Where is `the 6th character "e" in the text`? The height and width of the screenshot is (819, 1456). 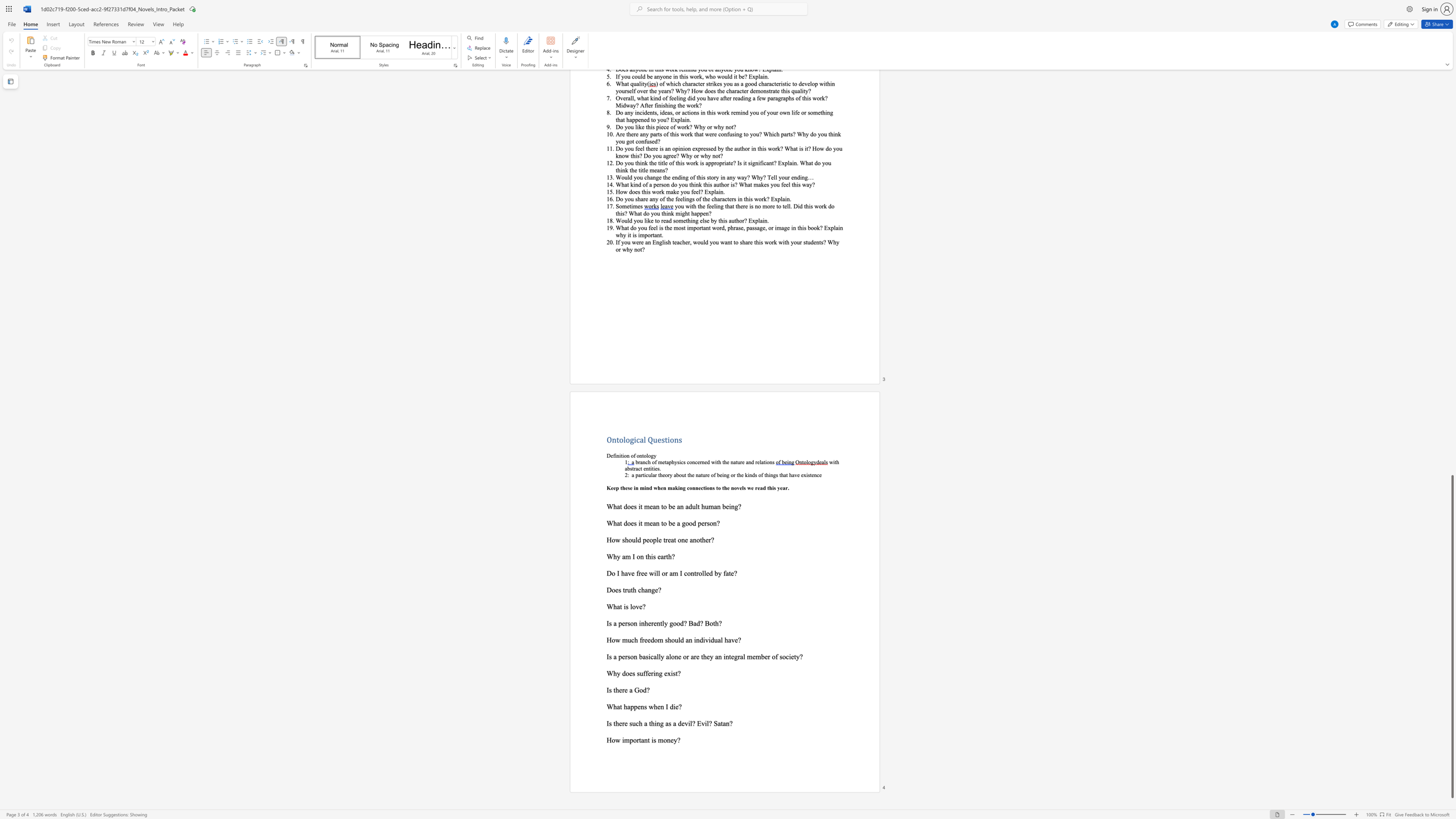
the 6th character "e" in the text is located at coordinates (792, 657).